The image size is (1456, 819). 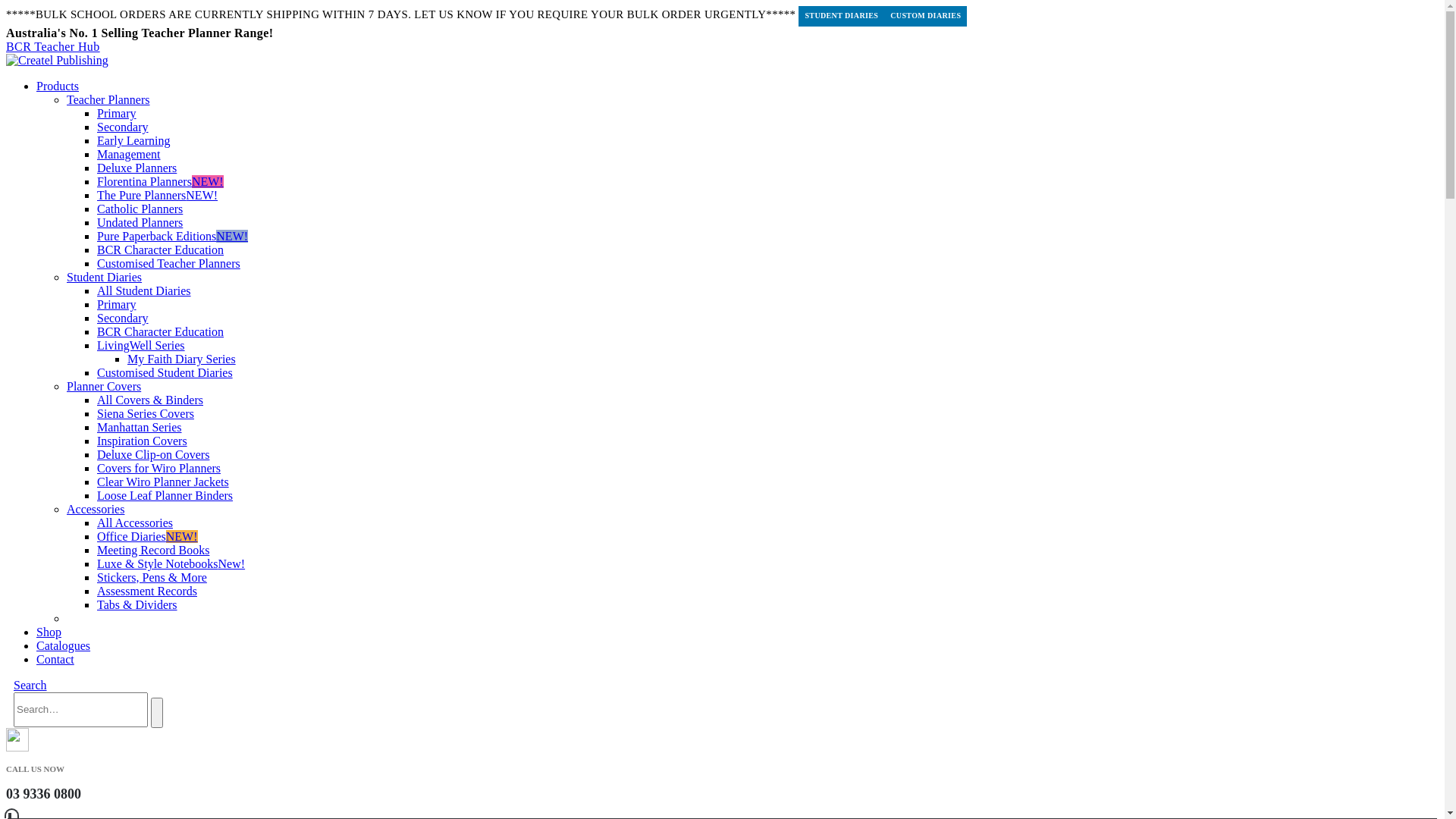 I want to click on 'All Accessories', so click(x=96, y=522).